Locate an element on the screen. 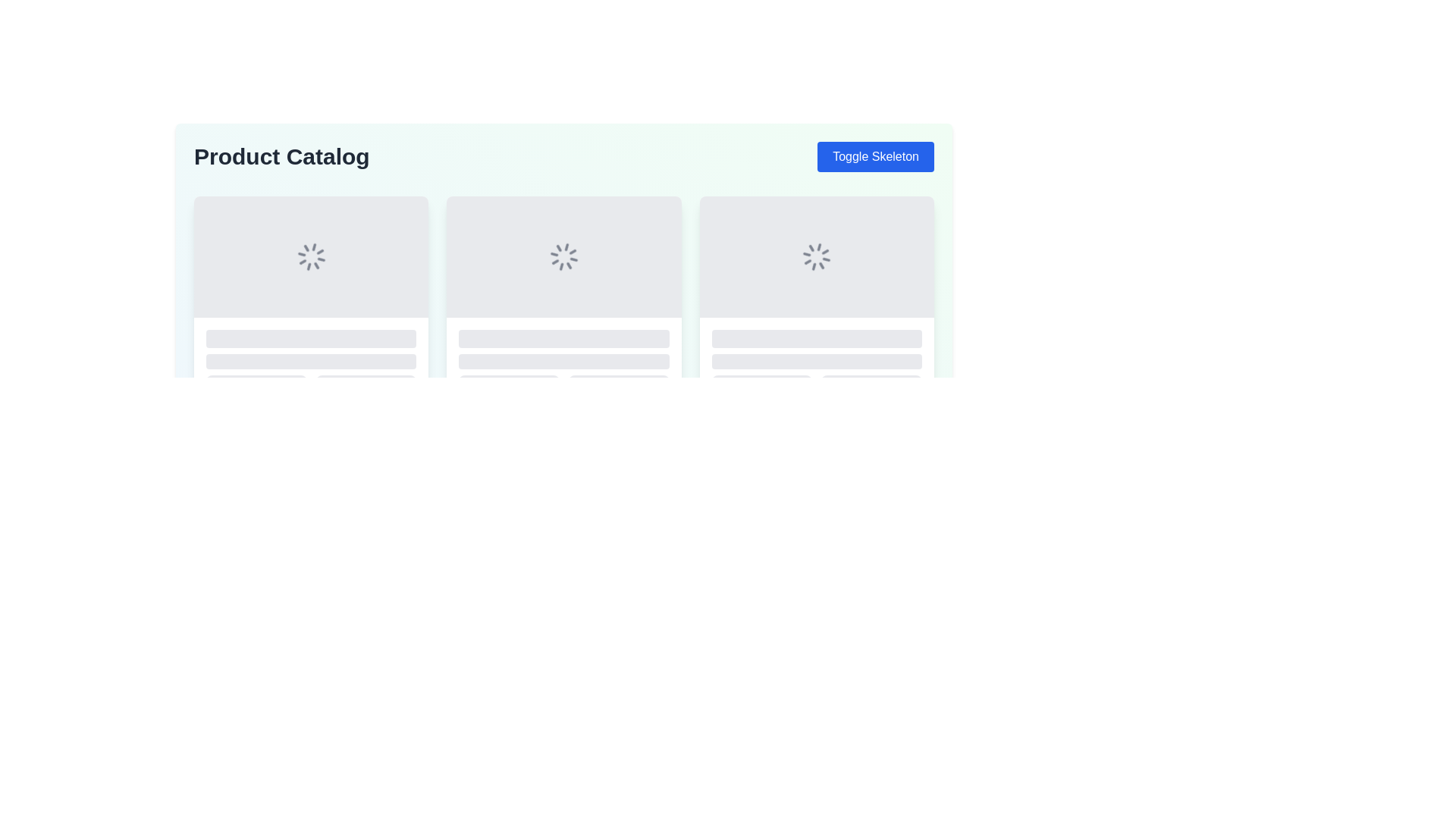 The image size is (1456, 819). the rectangular button labeled 'Toggle Skeleton' with a blue background to observe visual feedback is located at coordinates (876, 157).